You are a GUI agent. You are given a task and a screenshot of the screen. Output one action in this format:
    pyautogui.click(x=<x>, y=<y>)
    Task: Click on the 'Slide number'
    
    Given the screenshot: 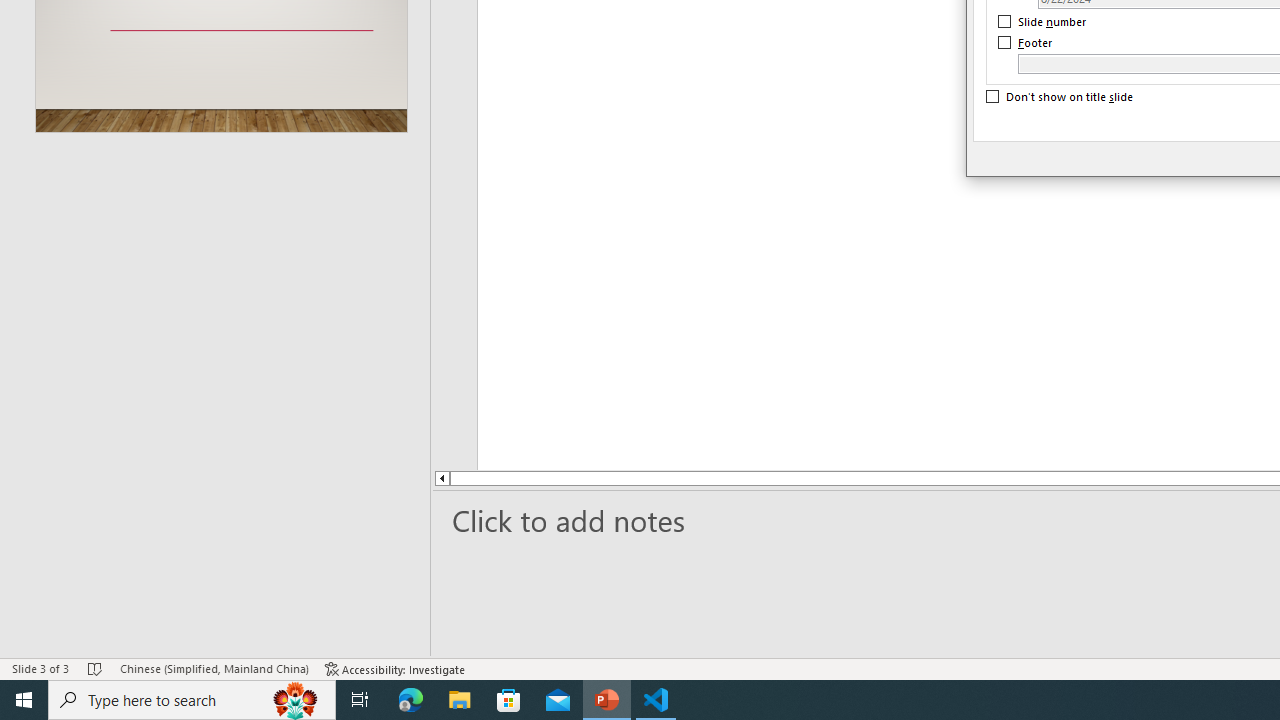 What is the action you would take?
    pyautogui.click(x=1042, y=21)
    